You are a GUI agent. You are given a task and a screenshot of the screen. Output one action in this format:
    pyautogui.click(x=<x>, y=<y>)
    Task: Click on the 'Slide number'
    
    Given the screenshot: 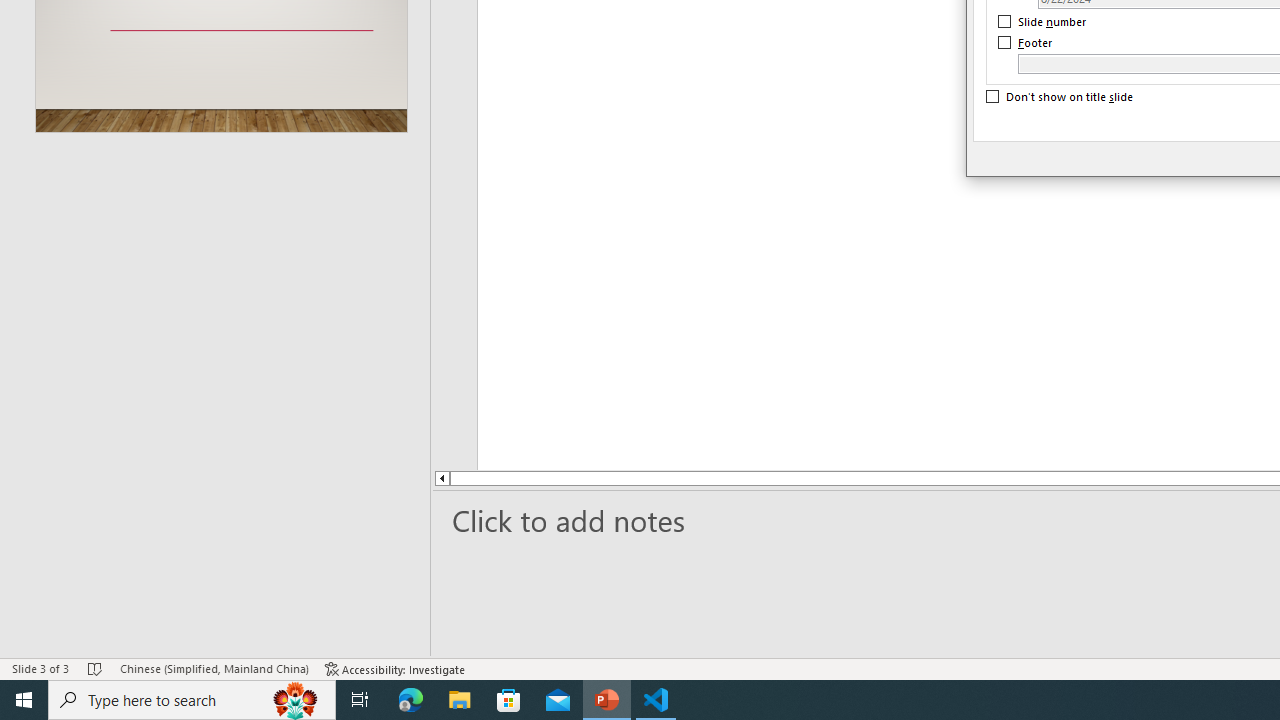 What is the action you would take?
    pyautogui.click(x=1042, y=21)
    